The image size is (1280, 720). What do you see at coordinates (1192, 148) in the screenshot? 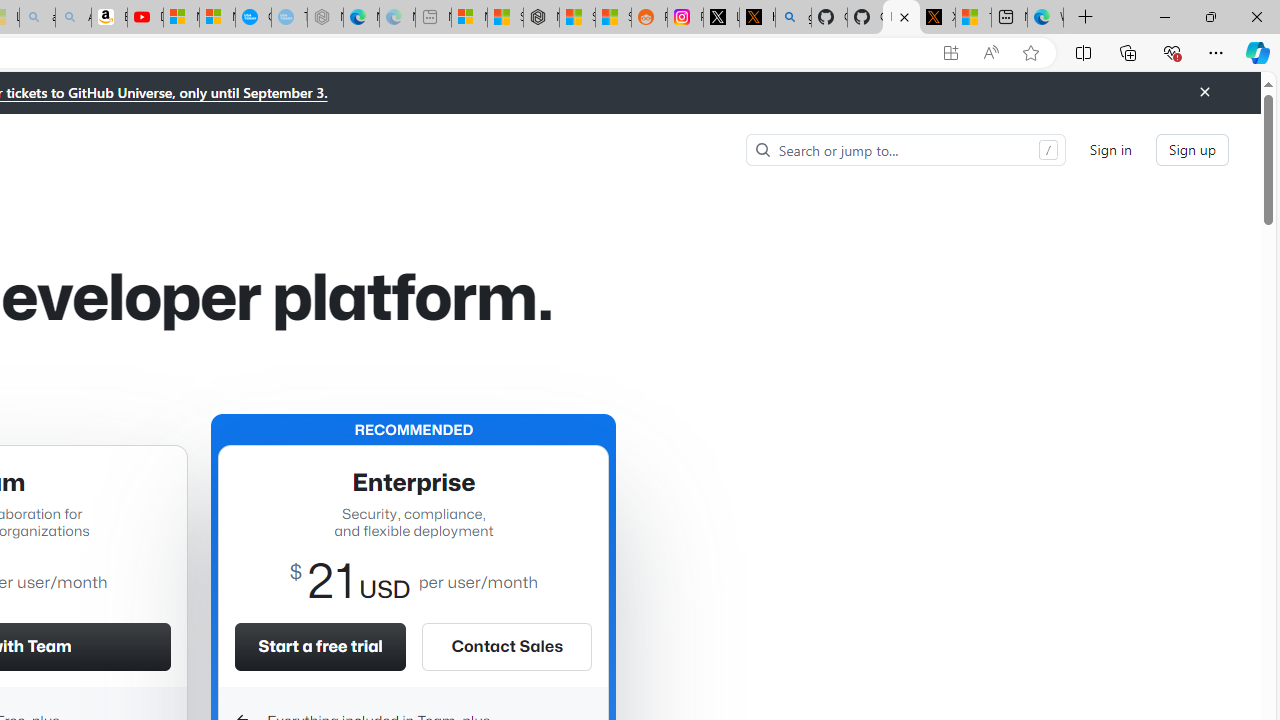
I see `'Sign up'` at bounding box center [1192, 148].